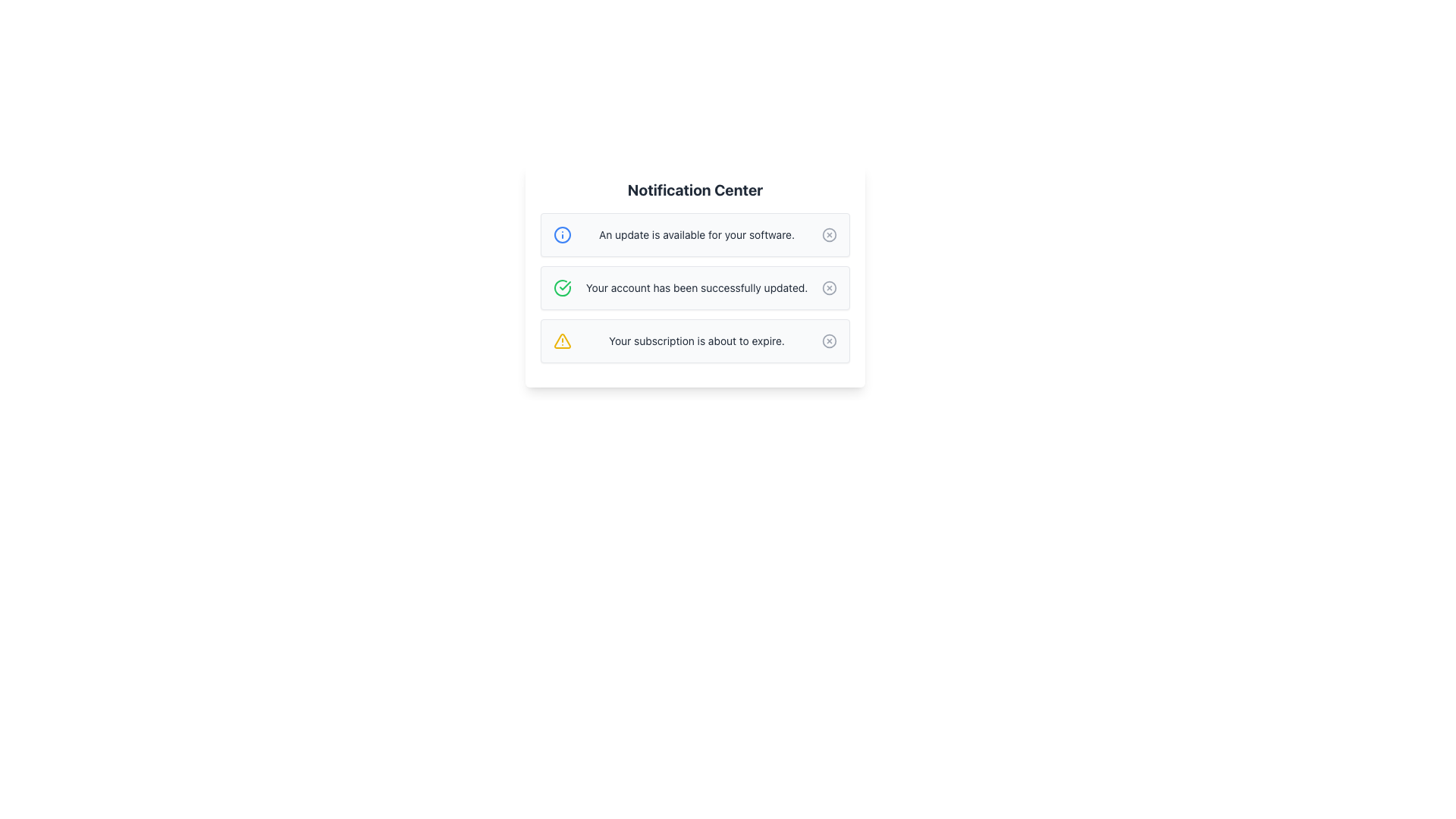 Image resolution: width=1456 pixels, height=819 pixels. What do you see at coordinates (562, 234) in the screenshot?
I see `the circular blue icon with an 'i' symbol, which is positioned to the left of the notification text 'An update is available for your software.'` at bounding box center [562, 234].